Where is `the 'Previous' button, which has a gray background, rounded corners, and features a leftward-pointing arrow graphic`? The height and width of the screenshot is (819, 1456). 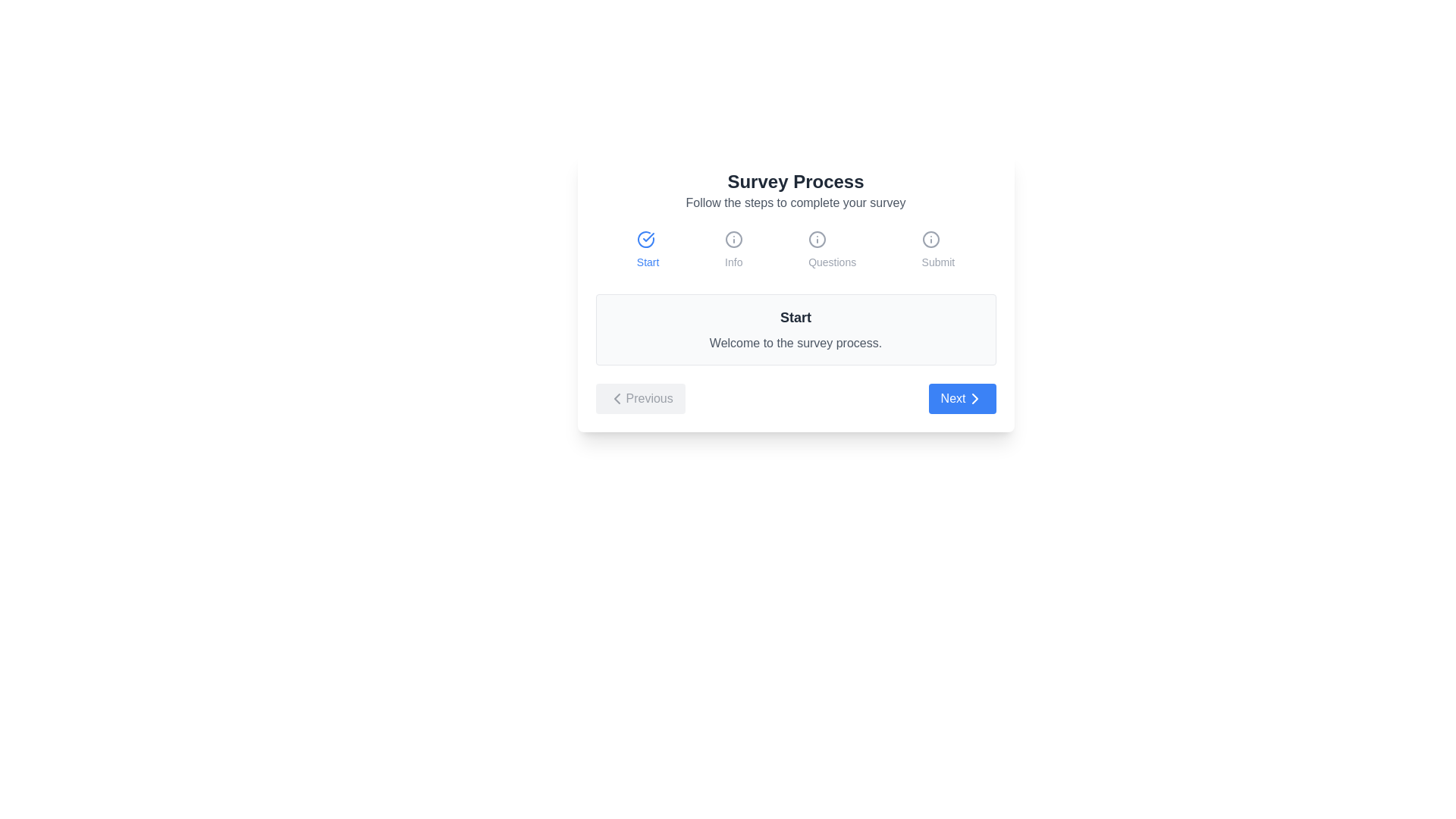 the 'Previous' button, which has a gray background, rounded corners, and features a leftward-pointing arrow graphic is located at coordinates (640, 397).